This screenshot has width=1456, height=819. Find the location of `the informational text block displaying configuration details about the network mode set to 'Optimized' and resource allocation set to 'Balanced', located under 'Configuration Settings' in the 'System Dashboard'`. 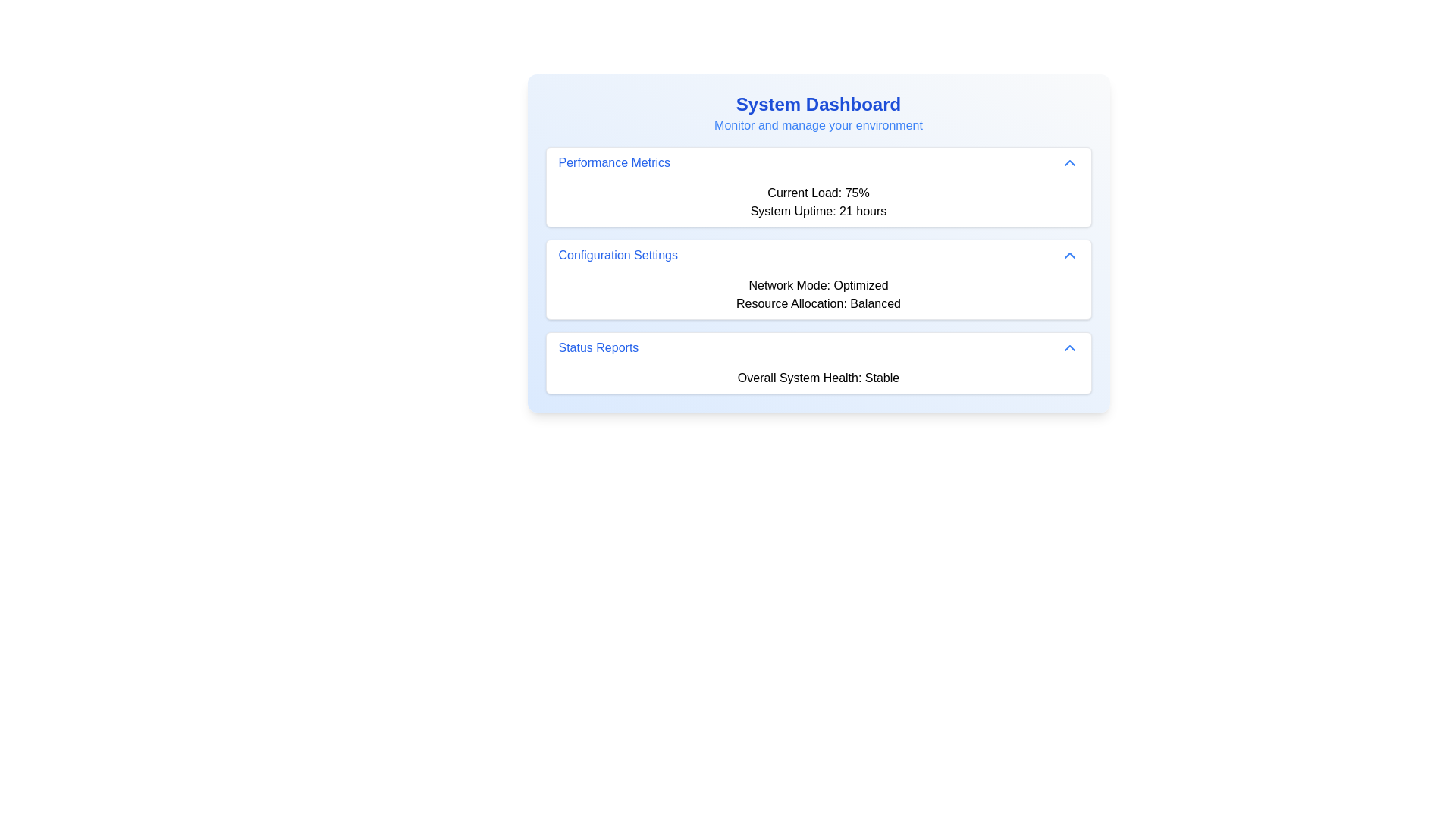

the informational text block displaying configuration details about the network mode set to 'Optimized' and resource allocation set to 'Balanced', located under 'Configuration Settings' in the 'System Dashboard' is located at coordinates (817, 295).